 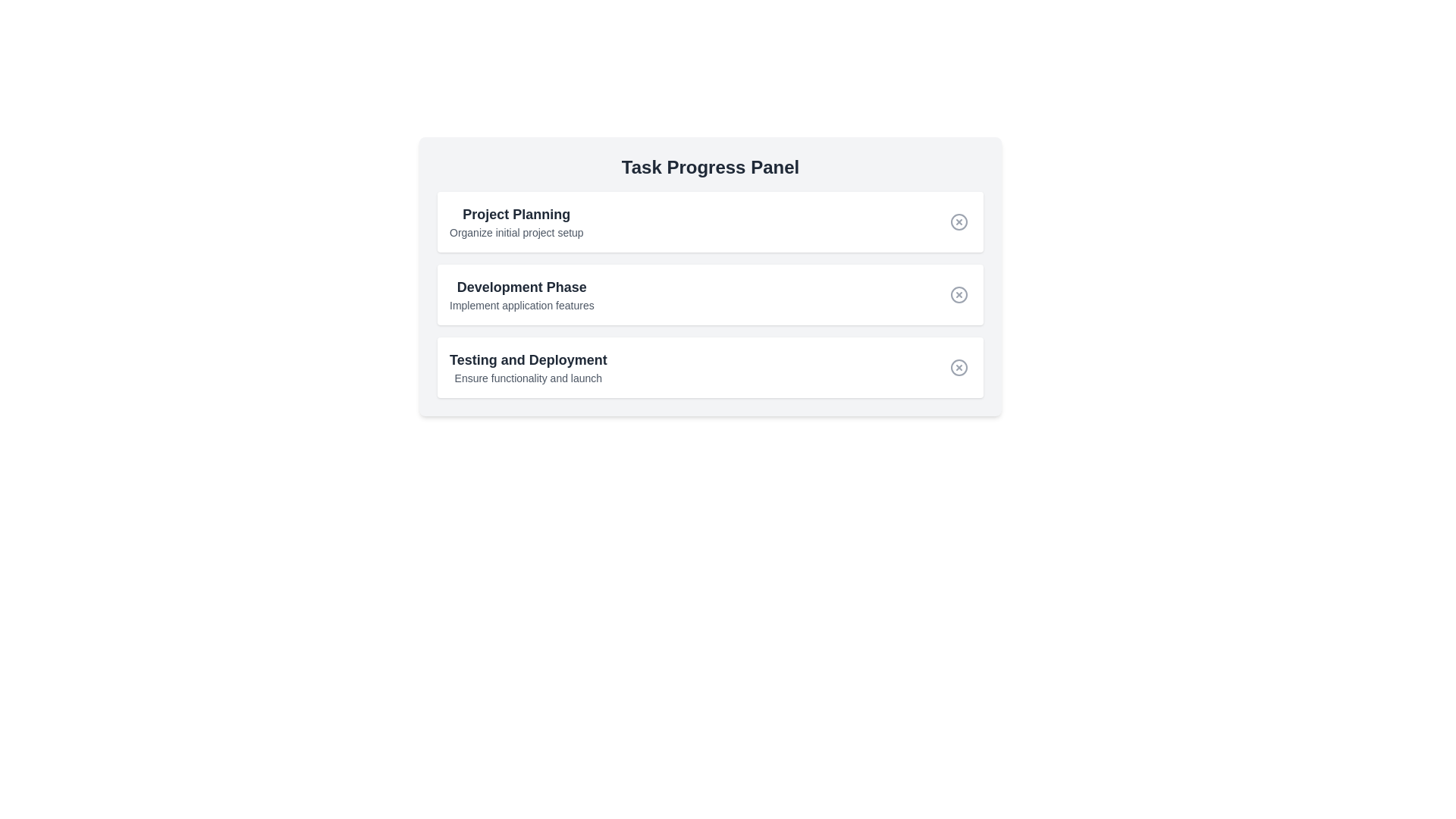 I want to click on the delete/close button located in the first task row, right of the 'Project Planning' title, which is styled as a rounded gray button, so click(x=959, y=222).